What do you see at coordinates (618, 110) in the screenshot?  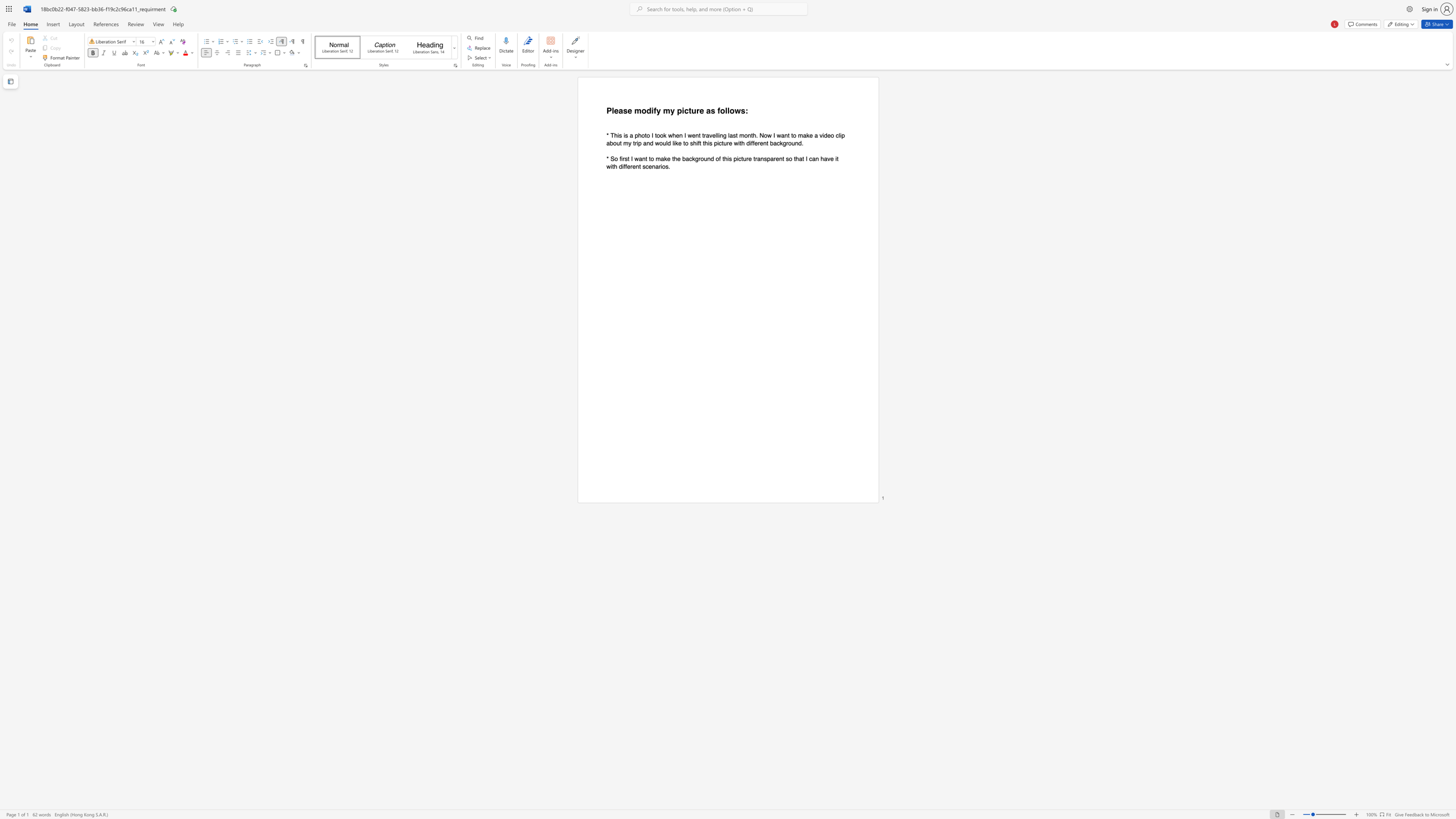 I see `the subset text "ase modif" within the text "Please modify my picture as follows:"` at bounding box center [618, 110].